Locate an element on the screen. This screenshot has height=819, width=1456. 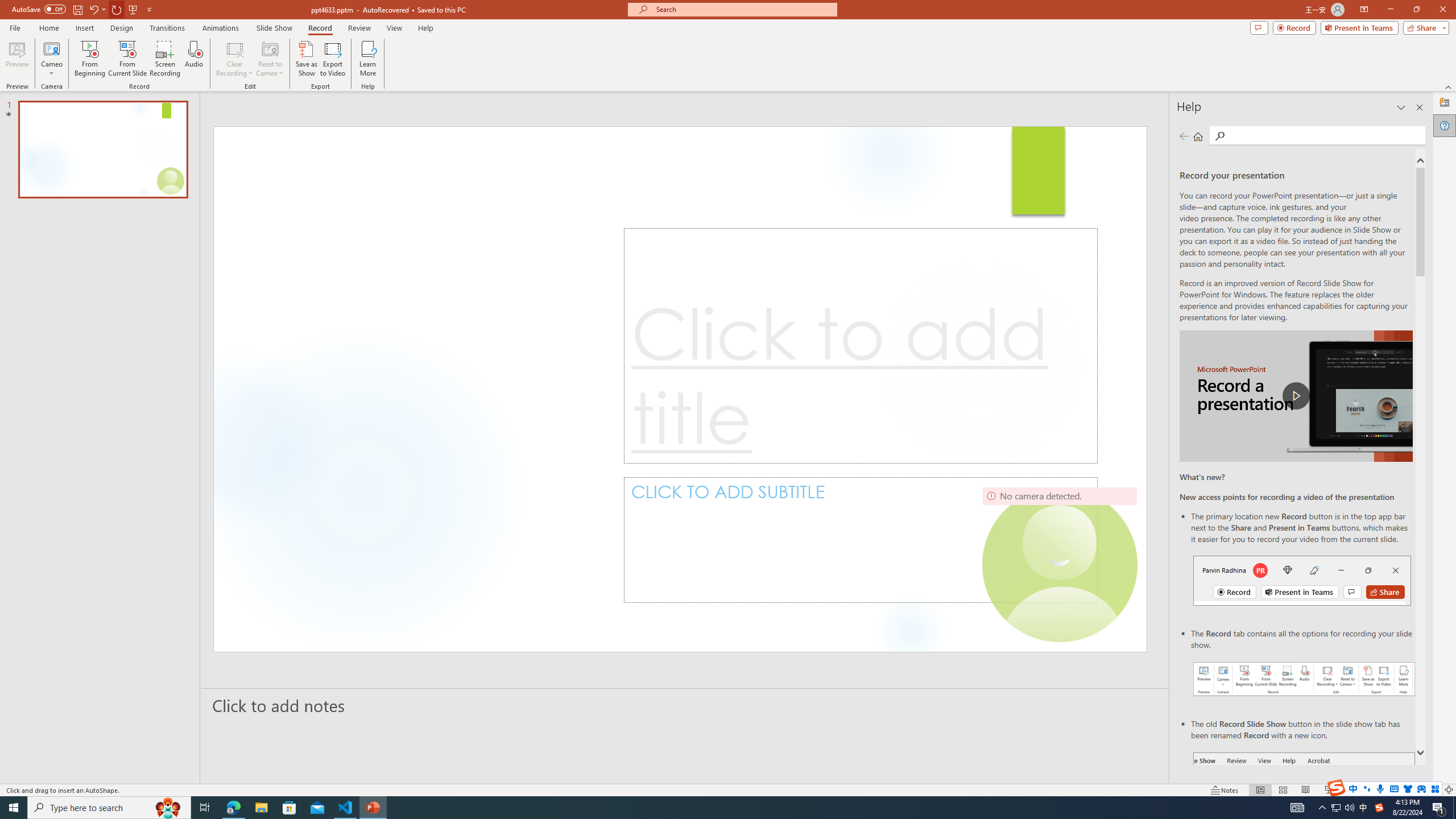
'Design' is located at coordinates (122, 28).